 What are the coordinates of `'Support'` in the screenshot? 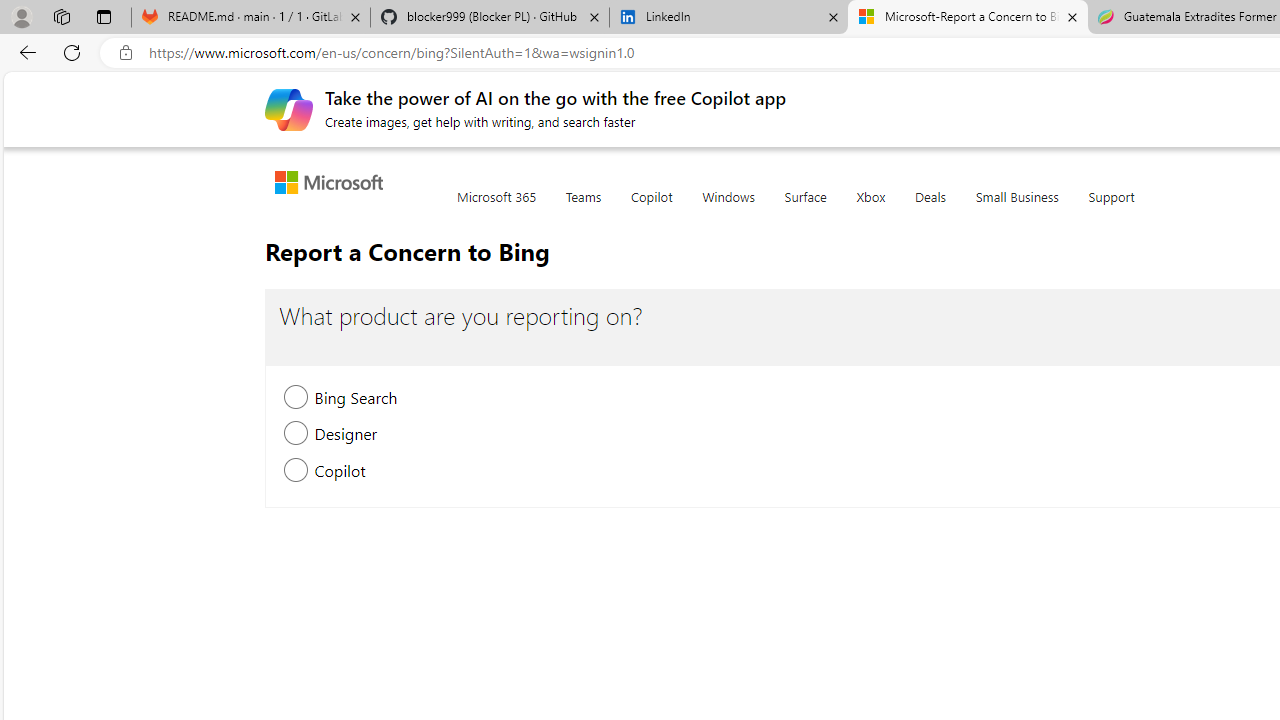 It's located at (1110, 209).